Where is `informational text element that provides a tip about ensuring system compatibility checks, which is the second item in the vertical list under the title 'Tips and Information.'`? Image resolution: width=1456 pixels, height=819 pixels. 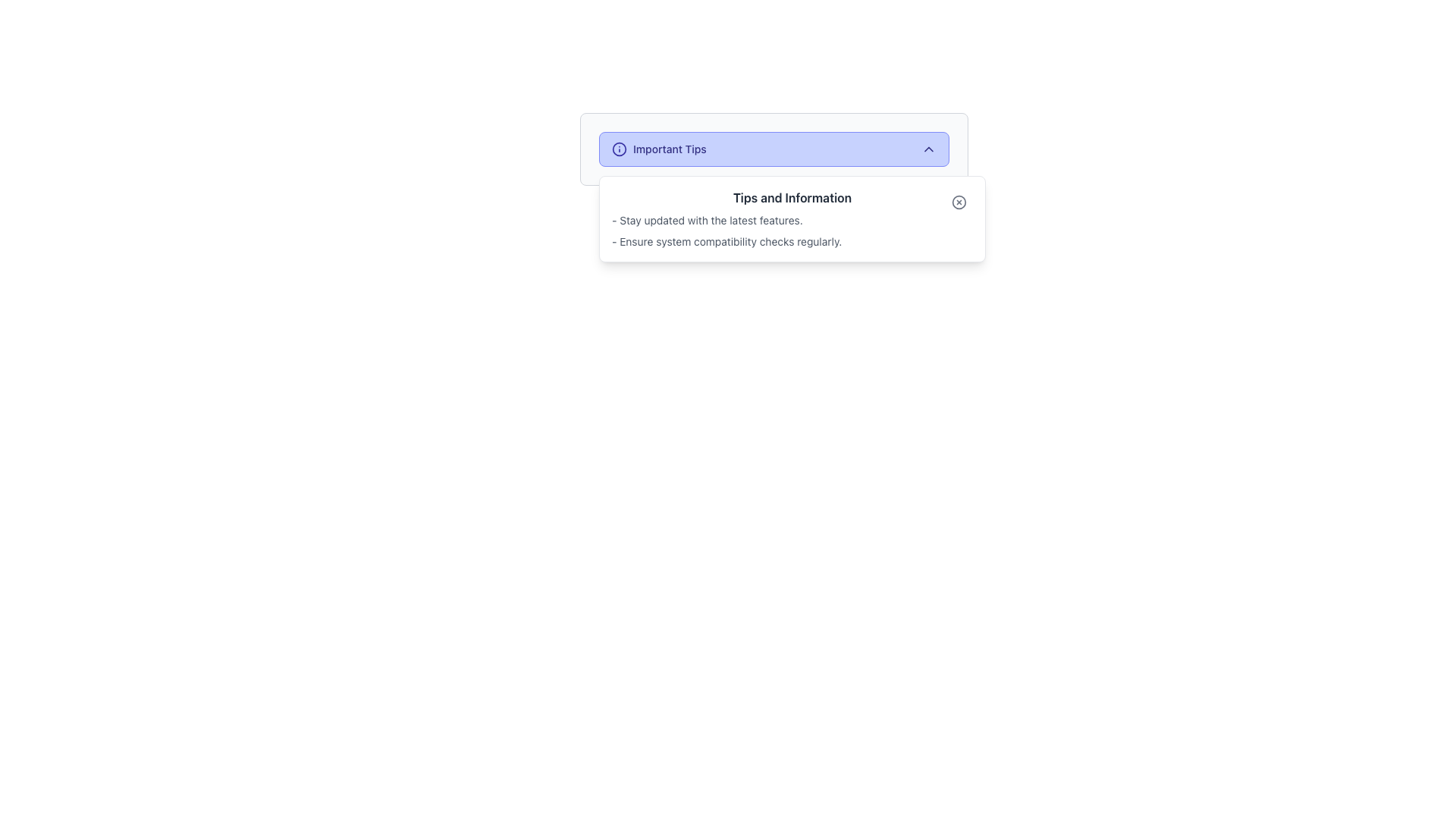
informational text element that provides a tip about ensuring system compatibility checks, which is the second item in the vertical list under the title 'Tips and Information.' is located at coordinates (792, 241).